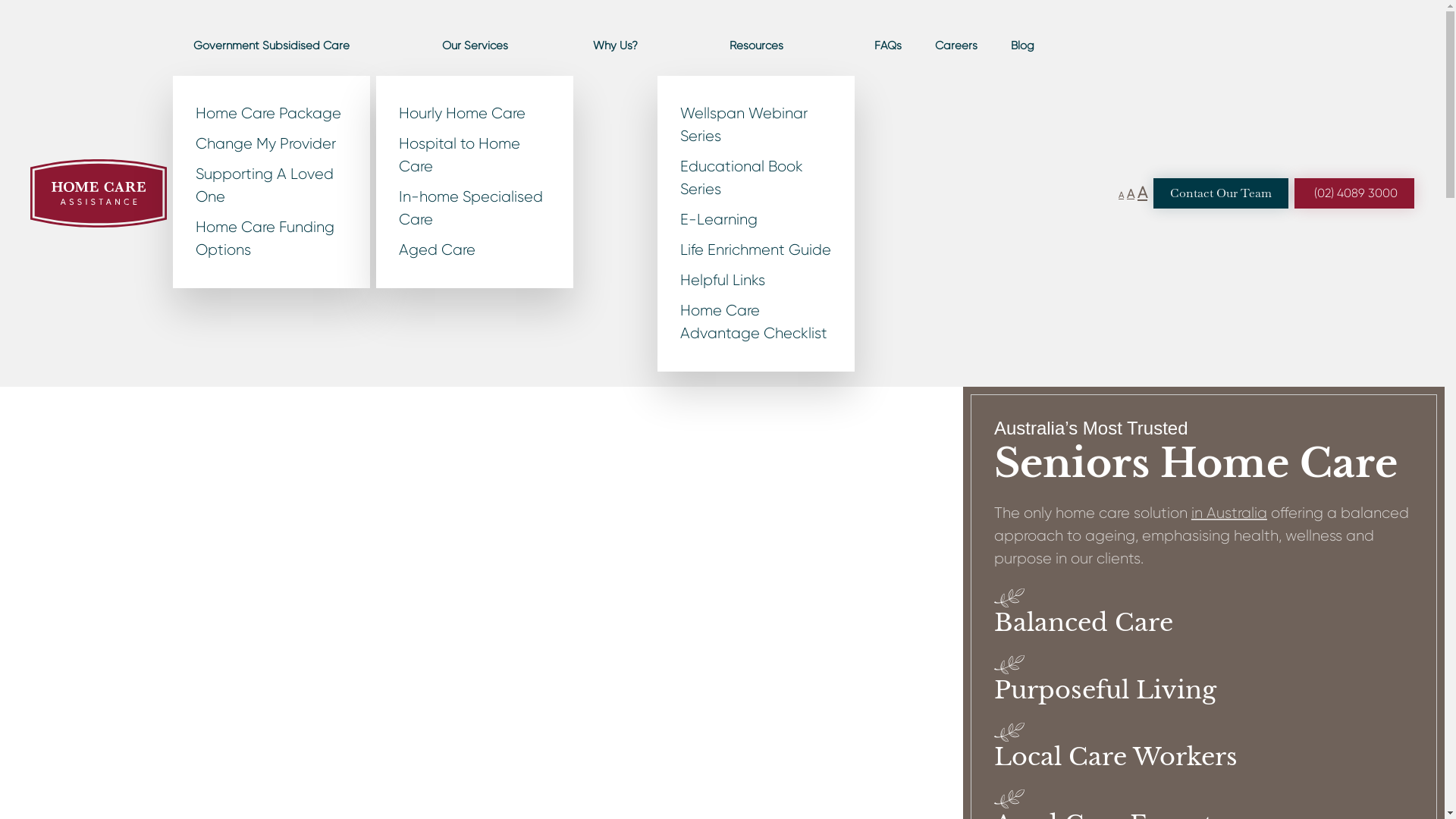 The height and width of the screenshot is (819, 1456). Describe the element at coordinates (271, 113) in the screenshot. I see `'Home Care Package'` at that location.